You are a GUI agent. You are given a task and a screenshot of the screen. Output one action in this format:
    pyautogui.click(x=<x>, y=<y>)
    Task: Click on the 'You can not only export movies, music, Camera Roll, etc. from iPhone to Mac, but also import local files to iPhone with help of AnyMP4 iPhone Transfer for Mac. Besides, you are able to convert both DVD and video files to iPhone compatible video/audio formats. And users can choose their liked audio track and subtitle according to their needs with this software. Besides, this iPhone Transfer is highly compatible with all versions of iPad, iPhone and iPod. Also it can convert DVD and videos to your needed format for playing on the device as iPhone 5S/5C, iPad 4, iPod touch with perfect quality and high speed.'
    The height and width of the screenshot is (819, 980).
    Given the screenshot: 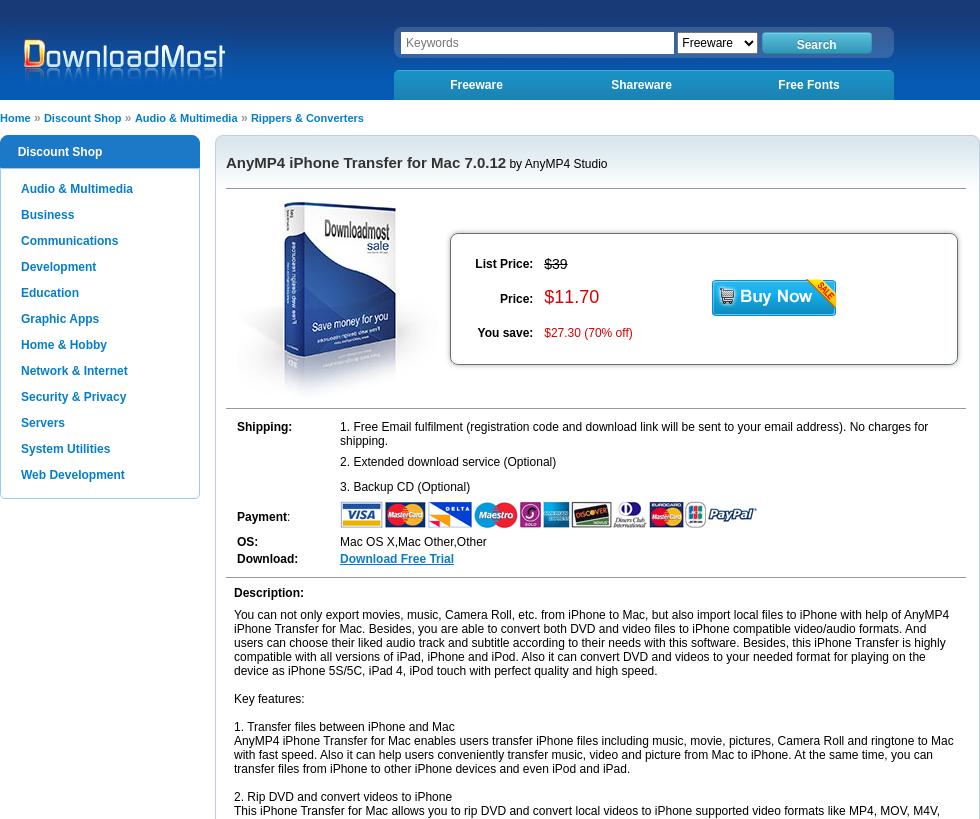 What is the action you would take?
    pyautogui.click(x=234, y=641)
    